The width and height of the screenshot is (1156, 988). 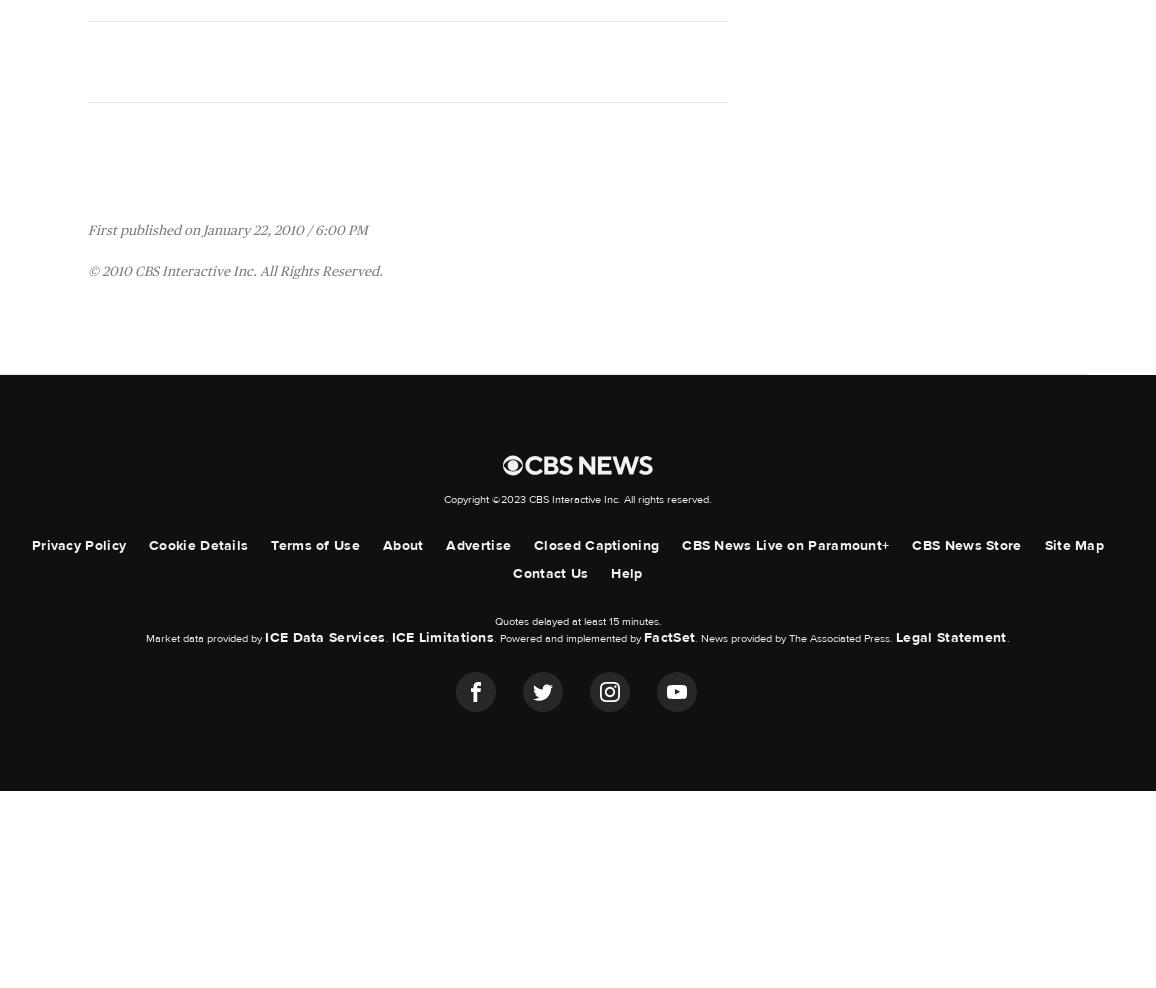 I want to click on 'Terms of Use', so click(x=314, y=544).